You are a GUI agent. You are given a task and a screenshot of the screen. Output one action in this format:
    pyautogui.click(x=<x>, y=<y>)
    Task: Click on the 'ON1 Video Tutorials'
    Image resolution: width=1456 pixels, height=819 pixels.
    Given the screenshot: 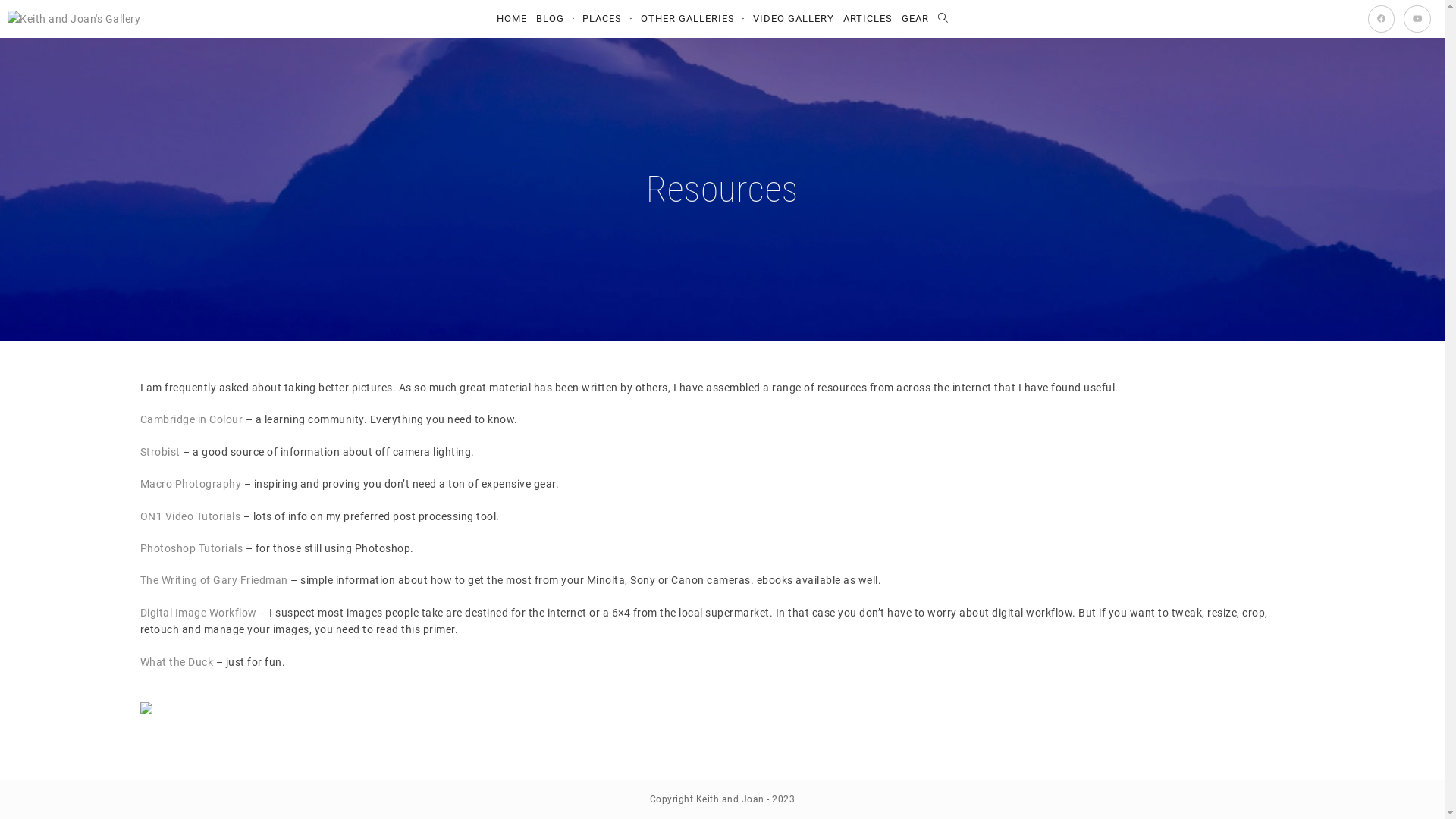 What is the action you would take?
    pyautogui.click(x=139, y=516)
    